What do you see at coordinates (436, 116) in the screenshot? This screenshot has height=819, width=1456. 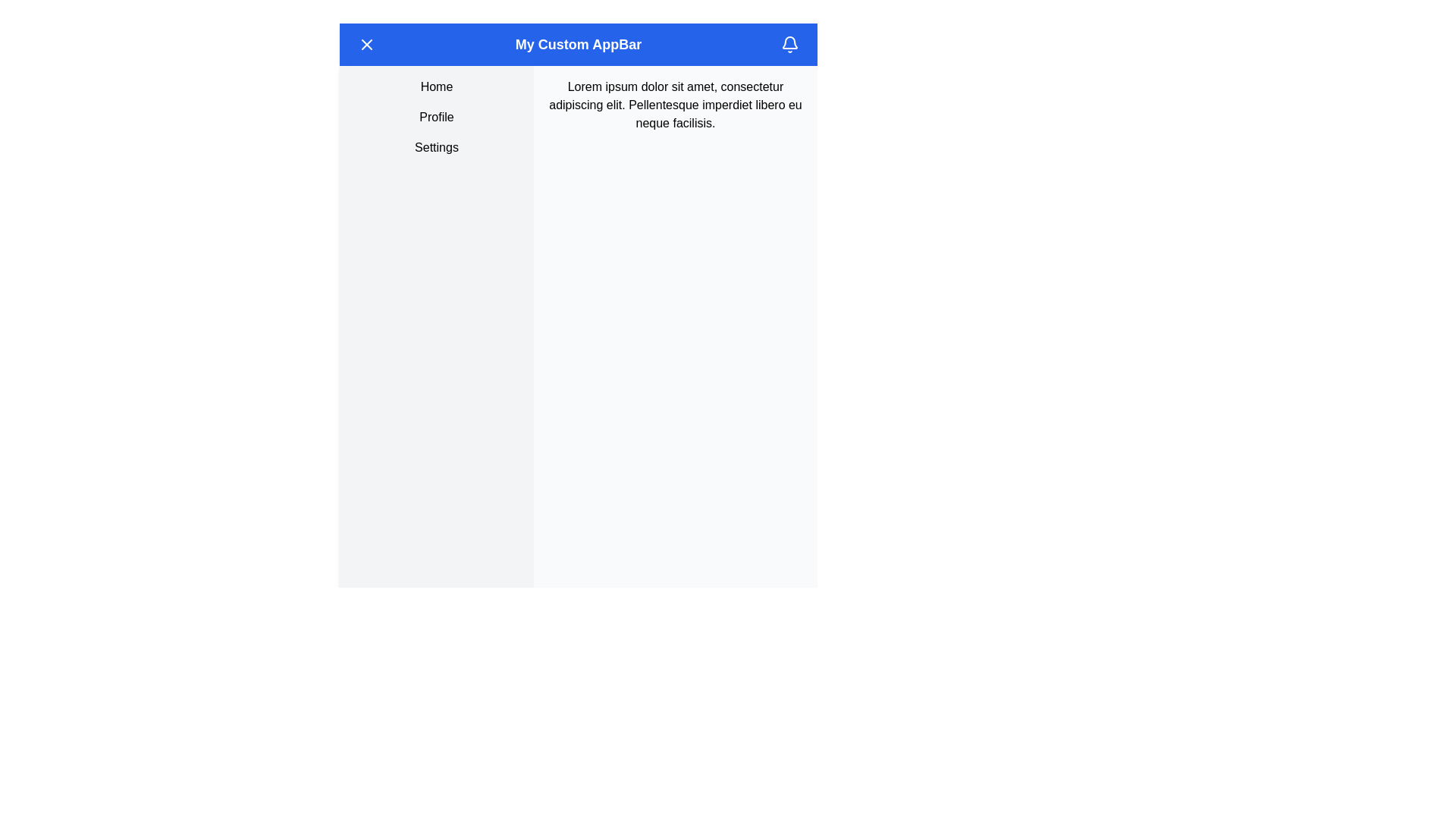 I see `the 'Profile' label, which is the second item in the vertical list of options in the side menu panel` at bounding box center [436, 116].